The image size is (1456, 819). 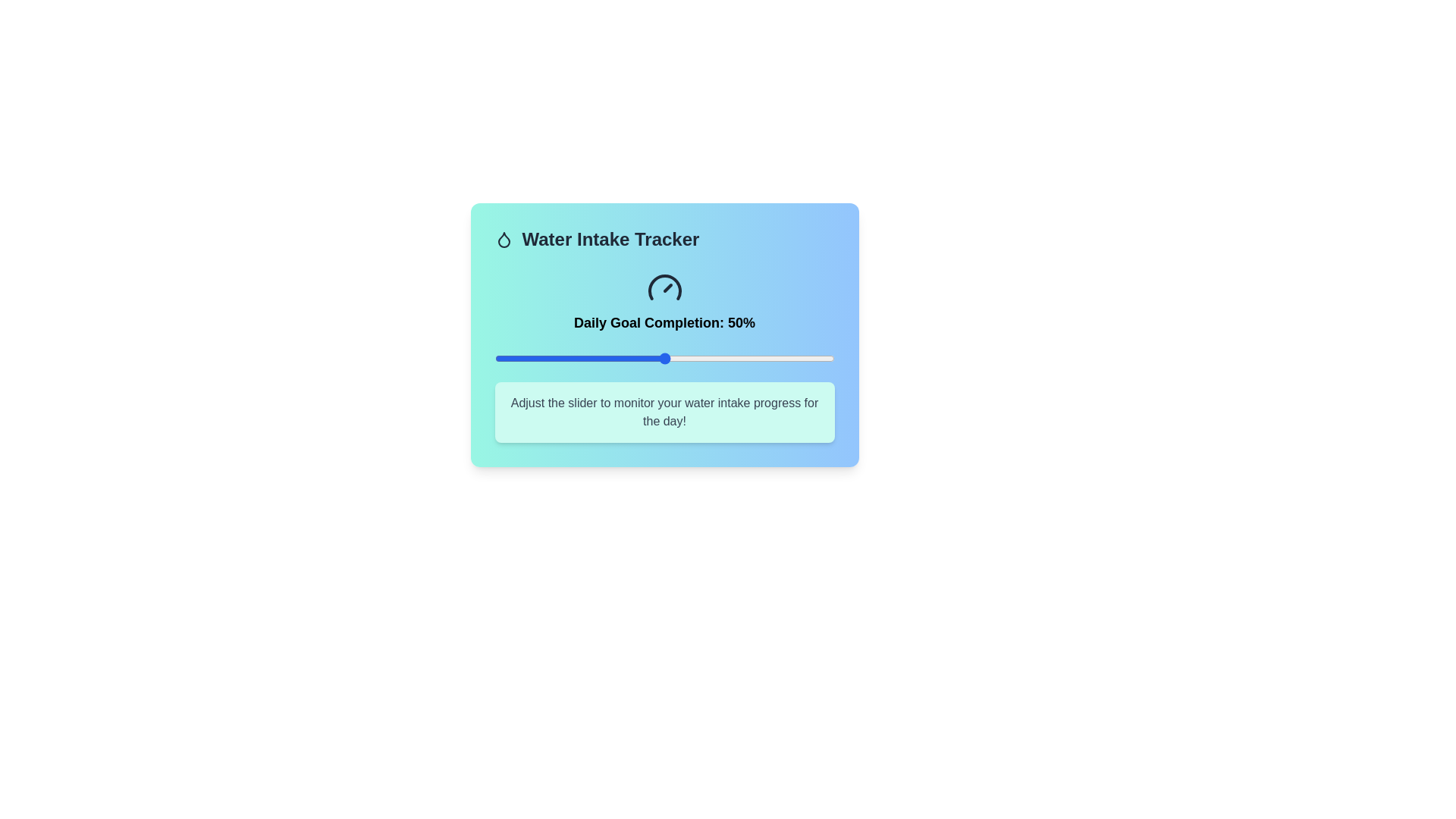 I want to click on the slider to set the goal completion percentage to 5, so click(x=511, y=359).